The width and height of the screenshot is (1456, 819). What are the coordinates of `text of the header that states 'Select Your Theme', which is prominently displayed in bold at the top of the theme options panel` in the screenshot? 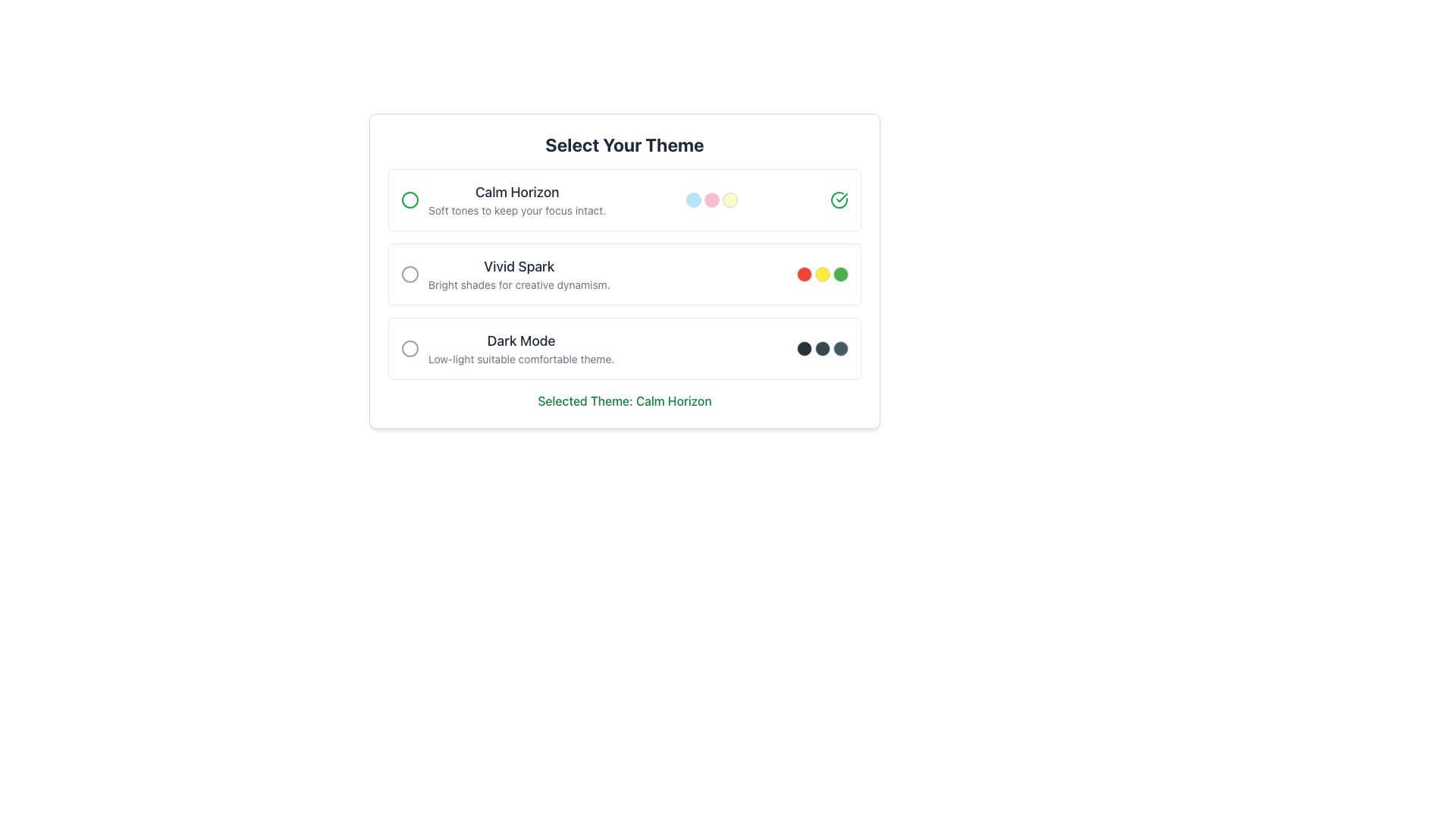 It's located at (625, 145).